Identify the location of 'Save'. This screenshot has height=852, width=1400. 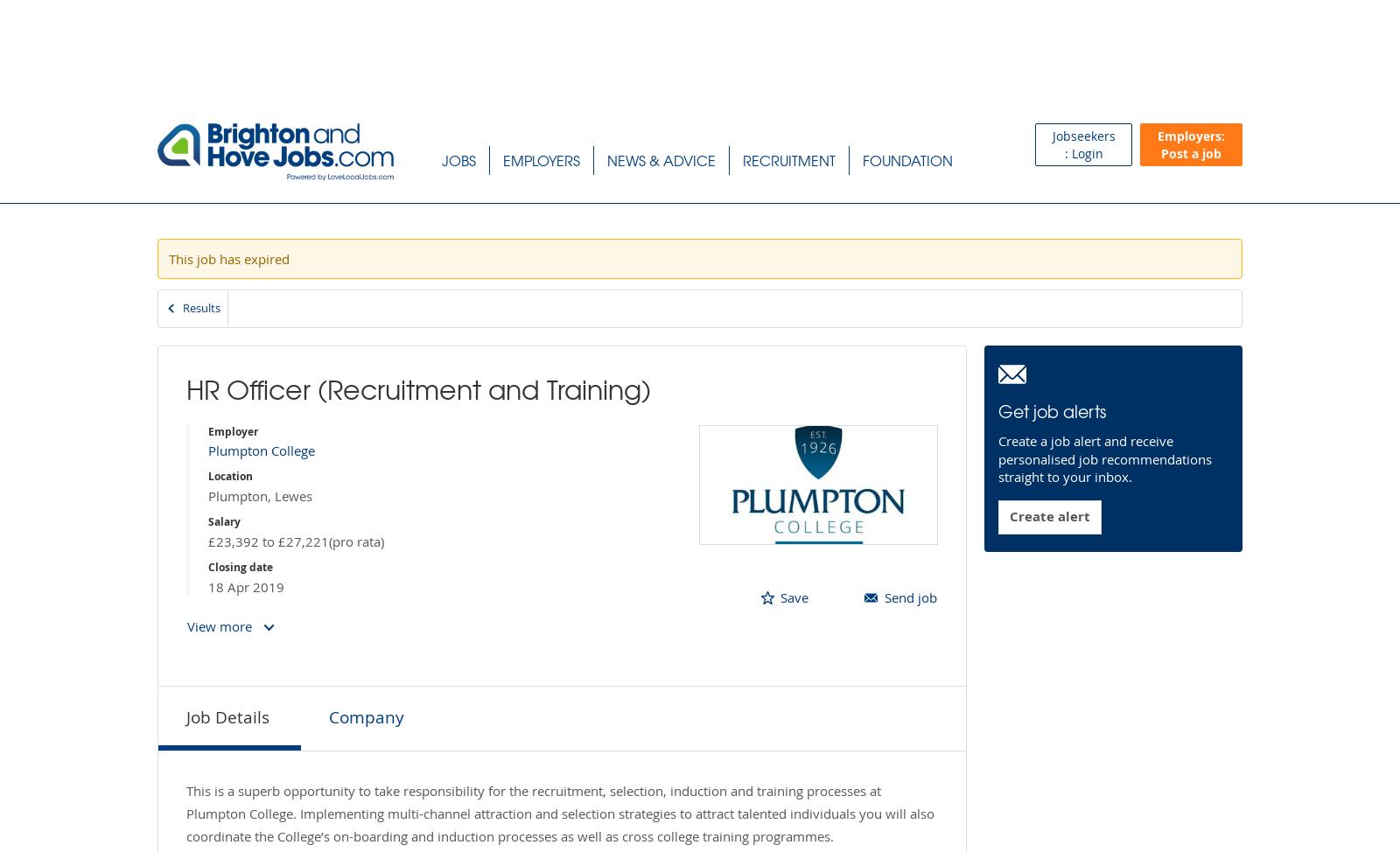
(780, 596).